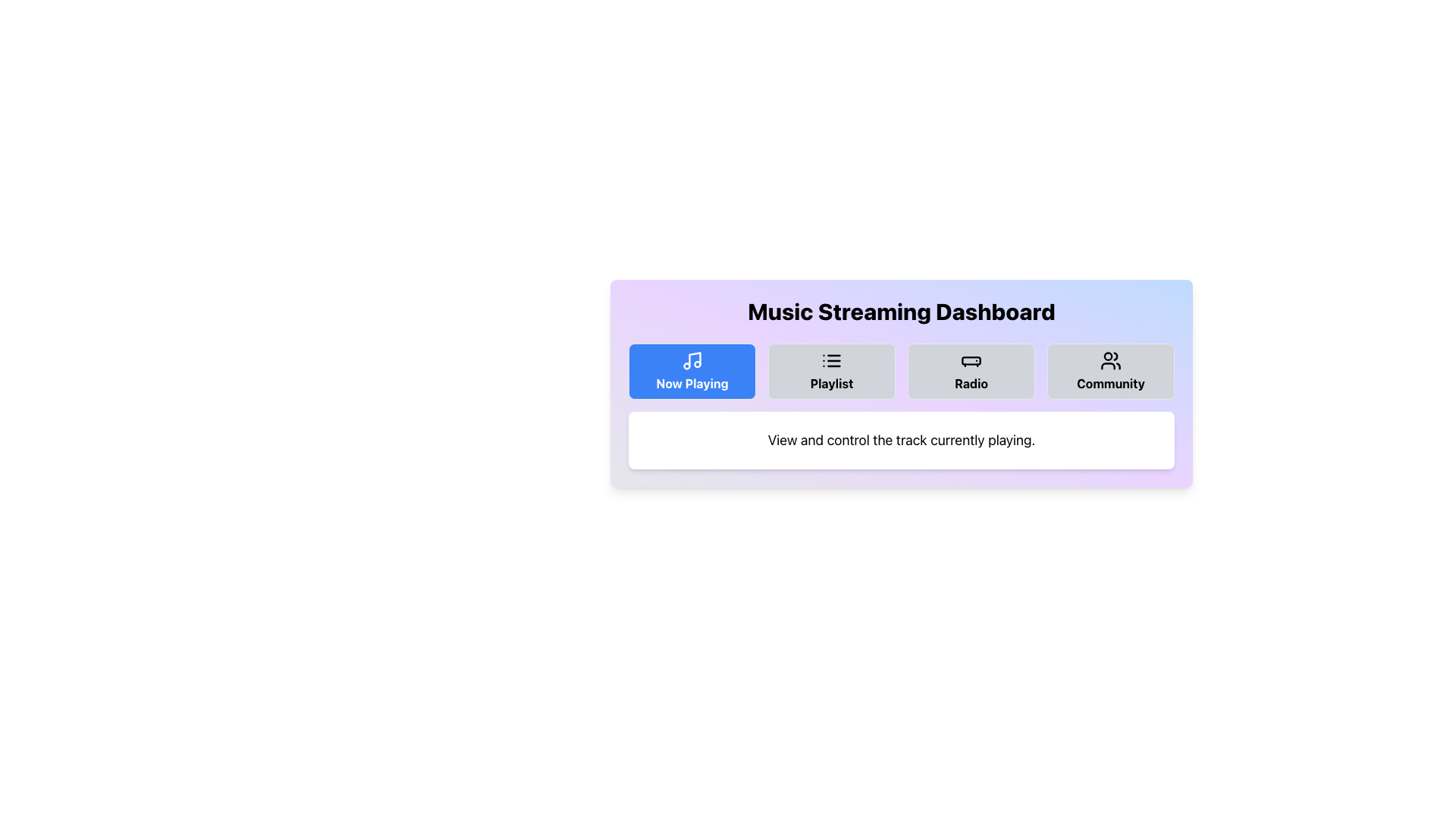  What do you see at coordinates (971, 371) in the screenshot?
I see `the 'Radio' button, which is a rectangular button with rounded corners, grey background, and black text, located in the third position of a horizontal row of buttons` at bounding box center [971, 371].